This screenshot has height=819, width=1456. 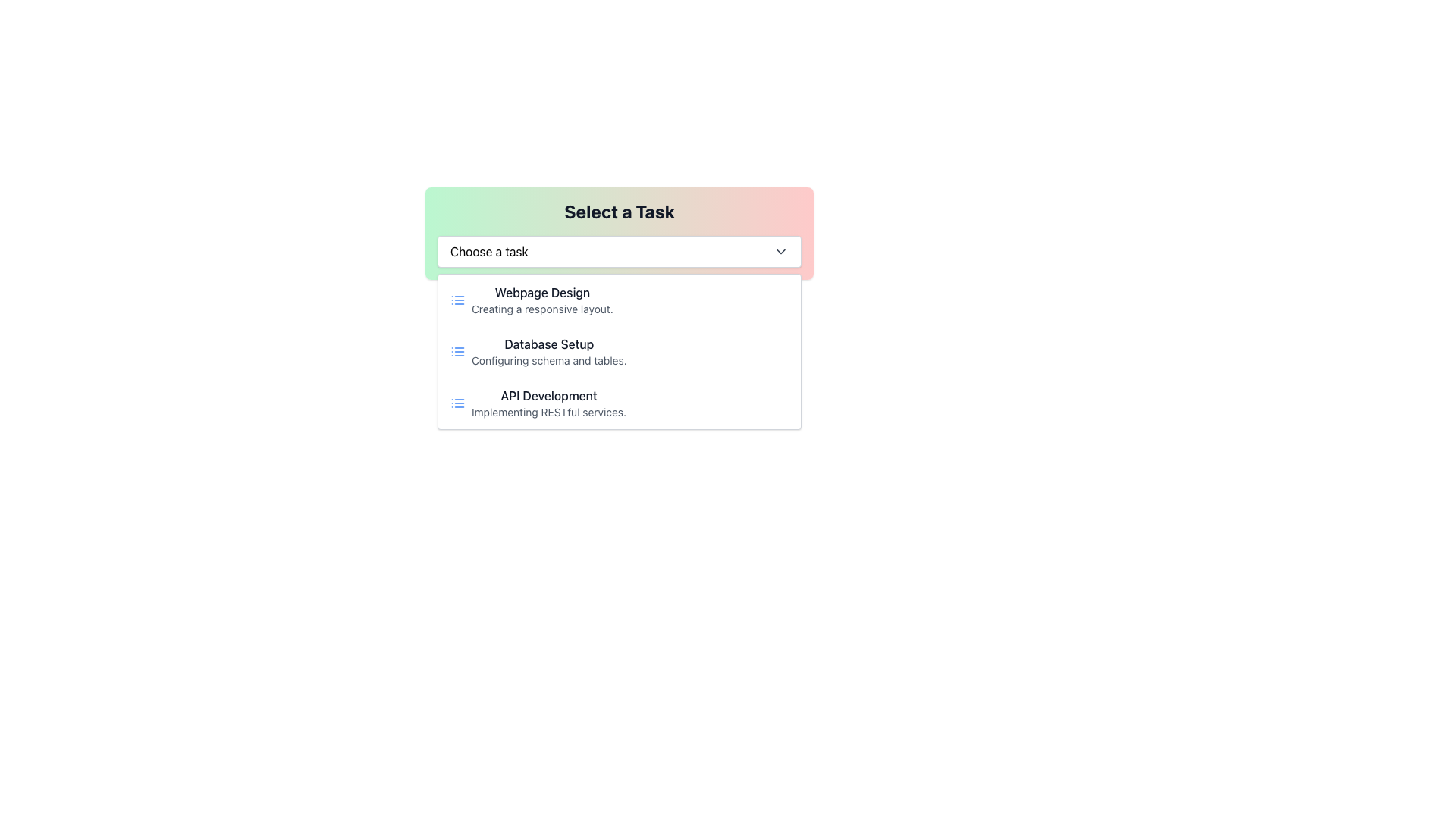 What do you see at coordinates (548, 344) in the screenshot?
I see `the 'Database Setup' text label located in the center of the dropdown menu under the 'Select a Task' header` at bounding box center [548, 344].